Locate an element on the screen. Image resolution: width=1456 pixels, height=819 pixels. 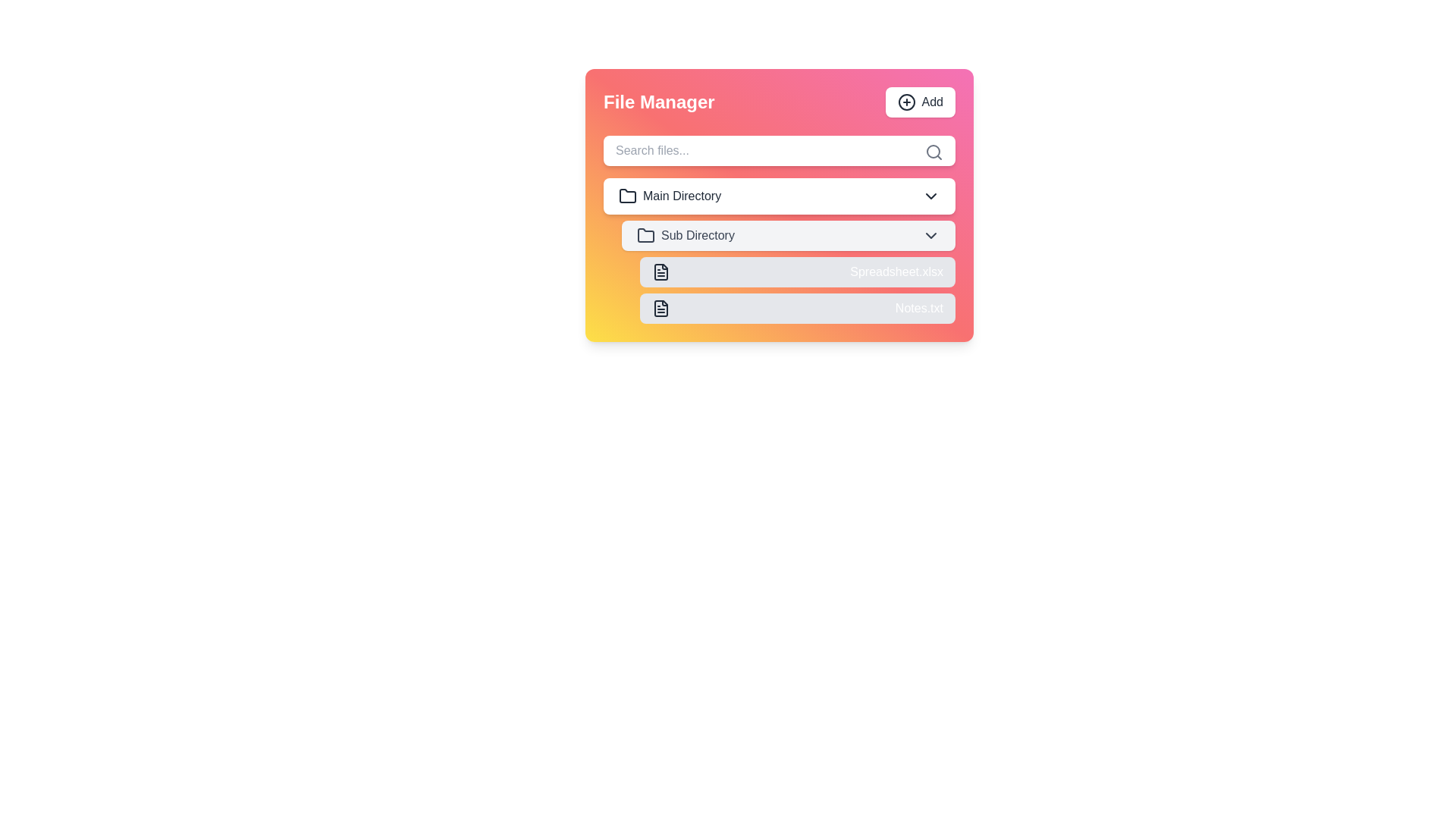
the text label indicating the file manager component, which is positioned at the top left of the widget, before the 'Add' button is located at coordinates (659, 102).